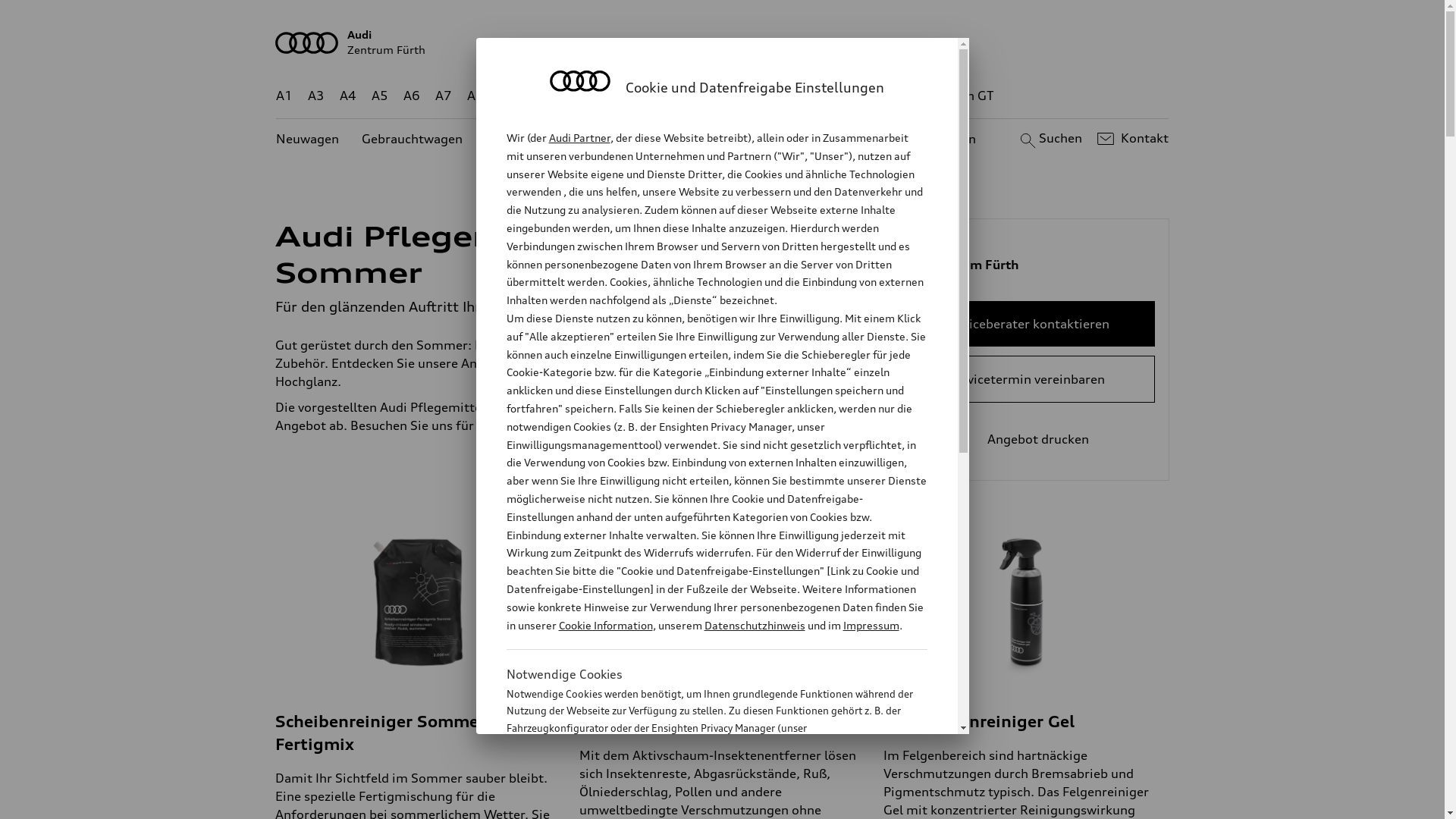 The width and height of the screenshot is (1456, 819). What do you see at coordinates (902, 96) in the screenshot?
I see `'g-tron'` at bounding box center [902, 96].